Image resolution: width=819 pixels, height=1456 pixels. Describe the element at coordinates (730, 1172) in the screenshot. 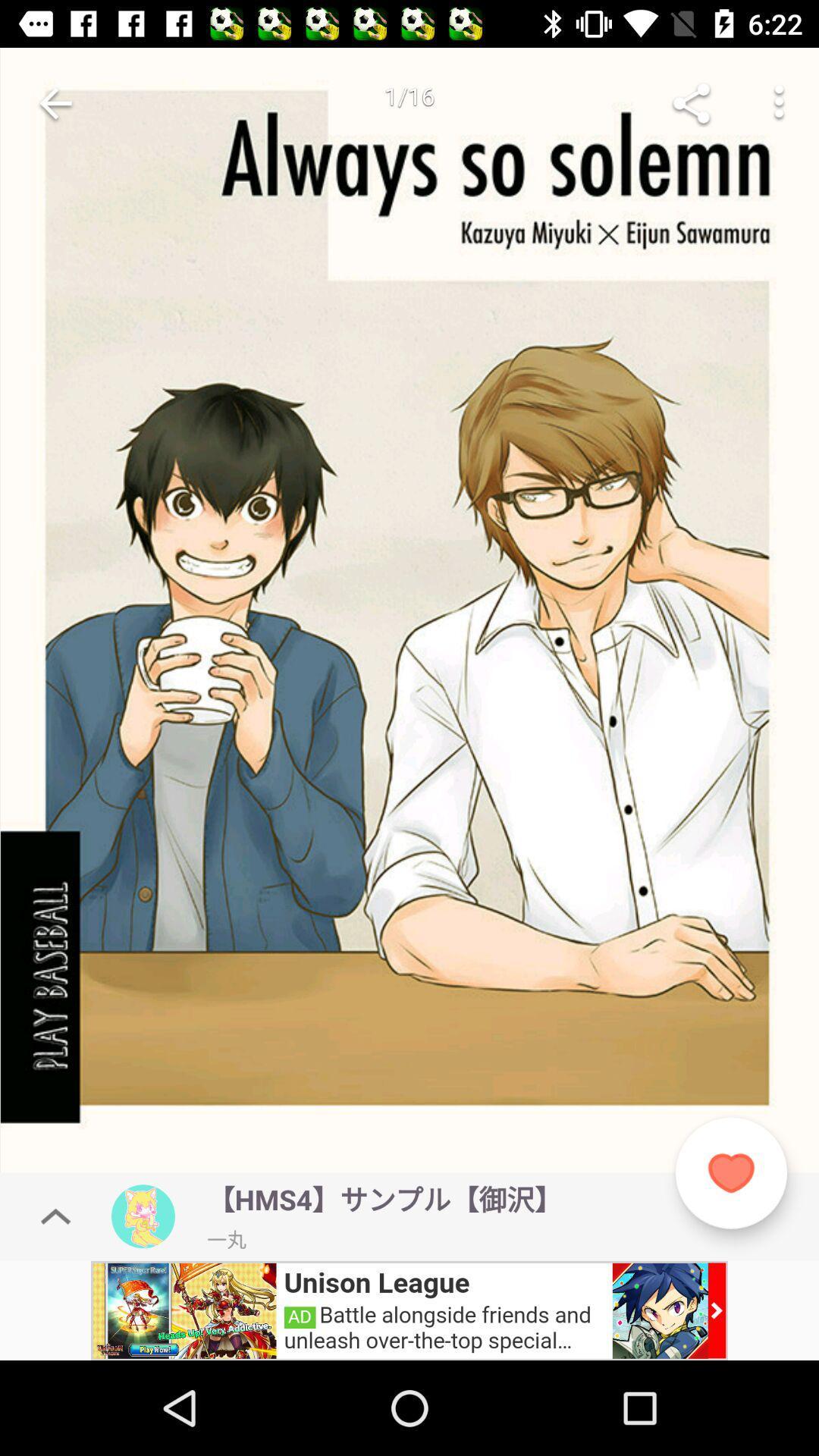

I see `the favorite icon` at that location.